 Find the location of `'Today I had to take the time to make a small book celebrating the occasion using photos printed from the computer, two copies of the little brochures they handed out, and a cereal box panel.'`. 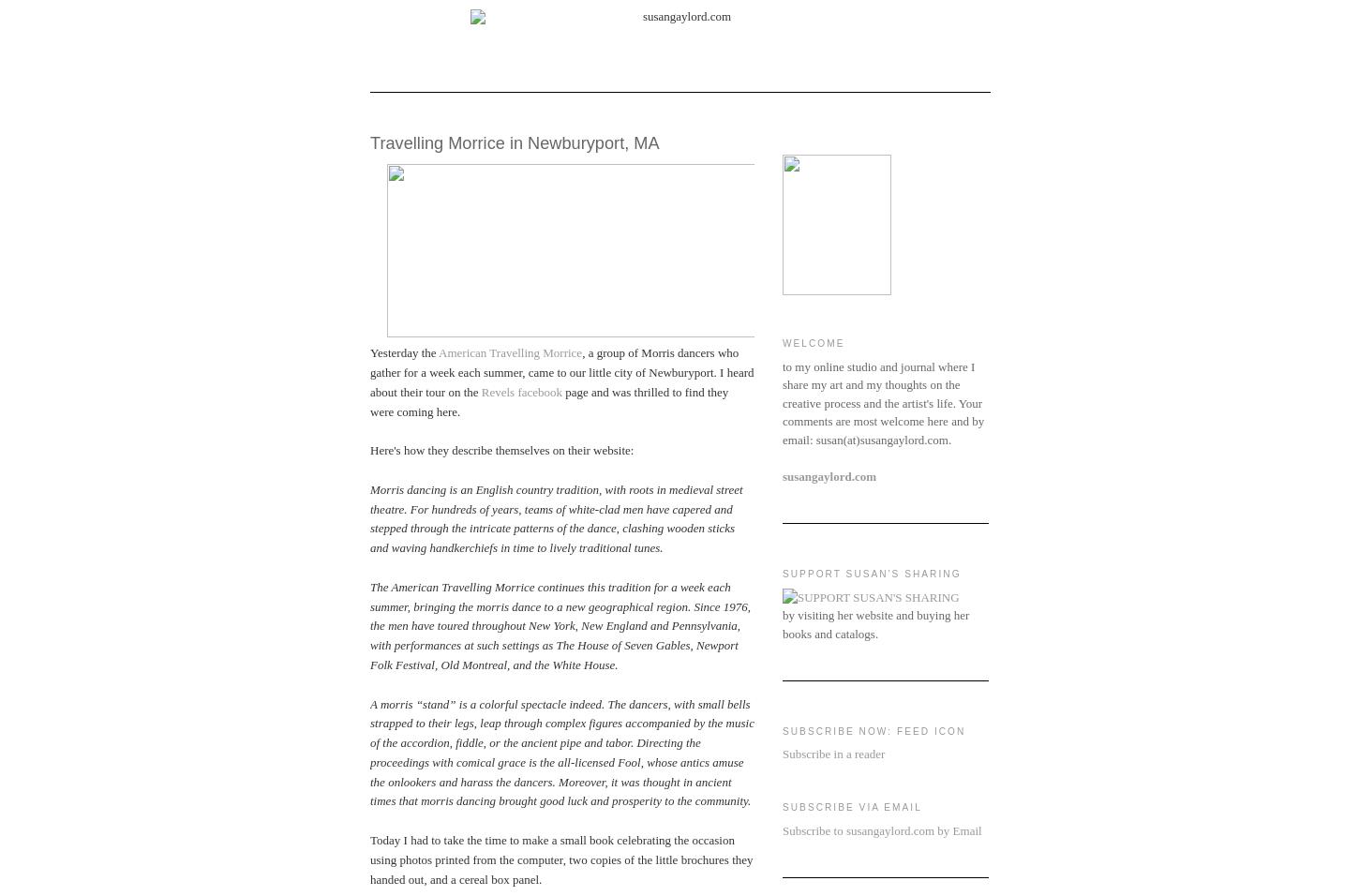

'Today I had to take the time to make a small book celebrating the occasion using photos printed from the computer, two copies of the little brochures they handed out, and a cereal box panel.' is located at coordinates (560, 859).